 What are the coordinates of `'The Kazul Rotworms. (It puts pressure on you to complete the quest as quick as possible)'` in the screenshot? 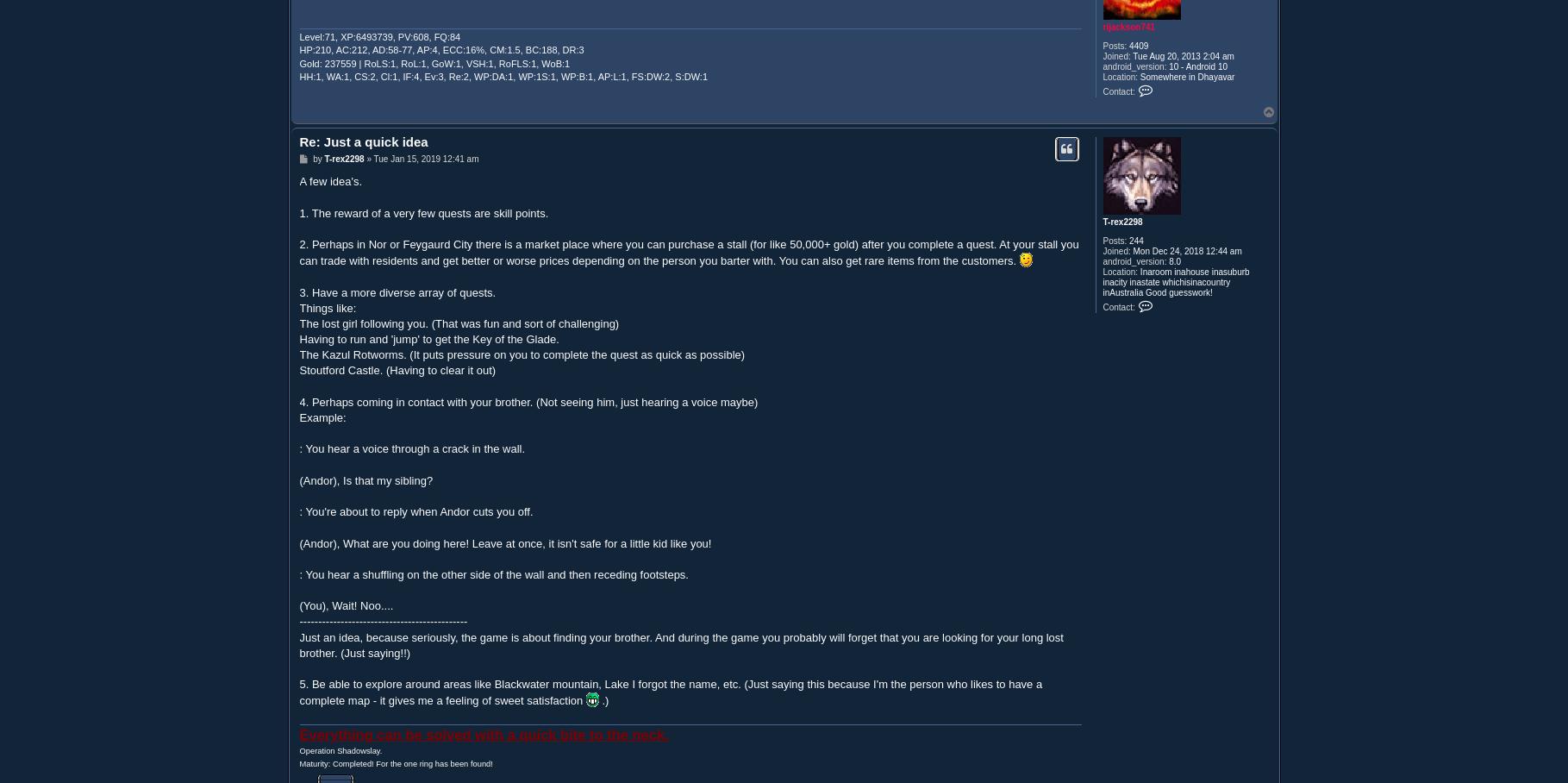 It's located at (522, 354).